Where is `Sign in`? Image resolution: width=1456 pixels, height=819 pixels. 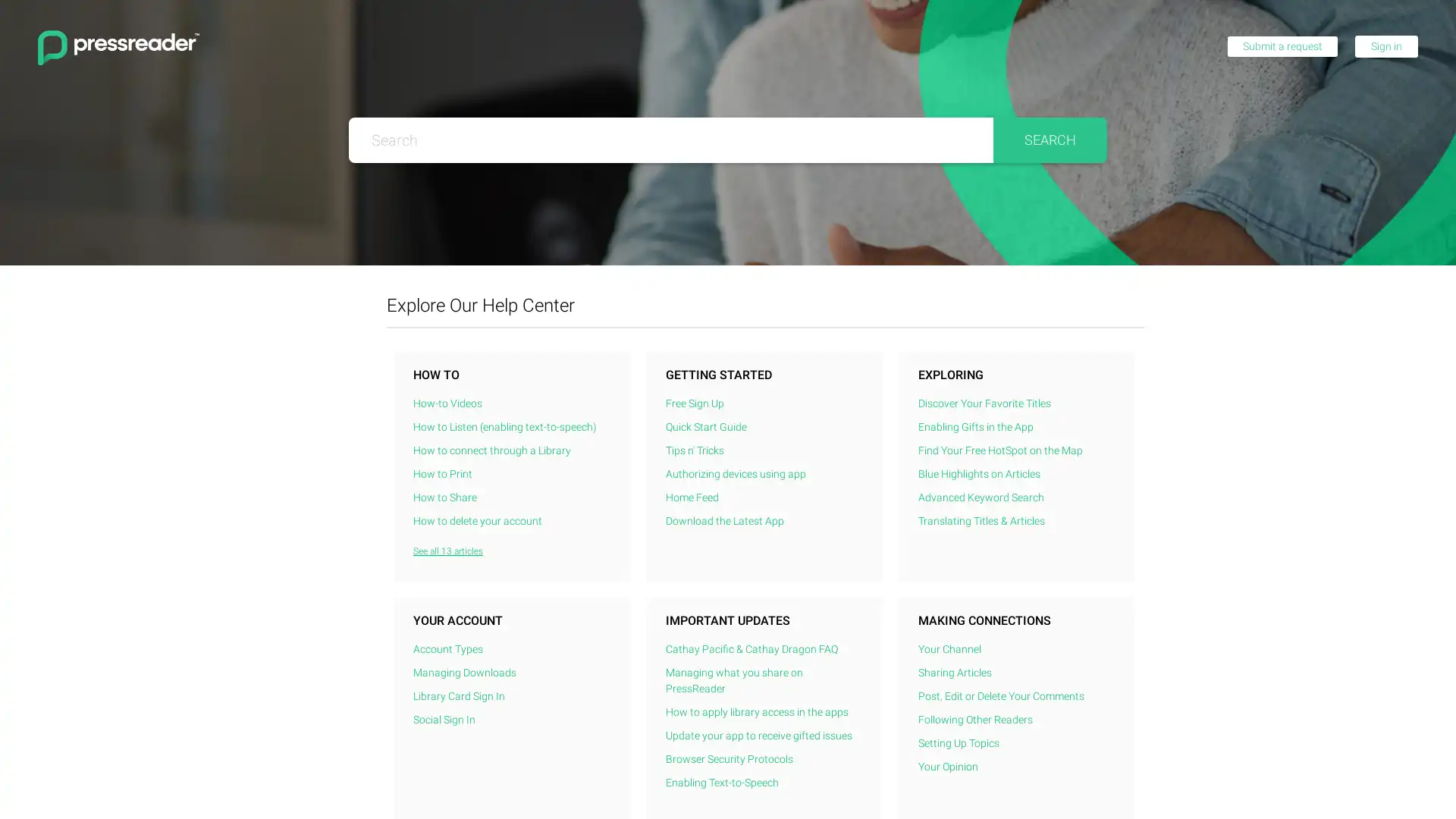 Sign in is located at coordinates (1386, 45).